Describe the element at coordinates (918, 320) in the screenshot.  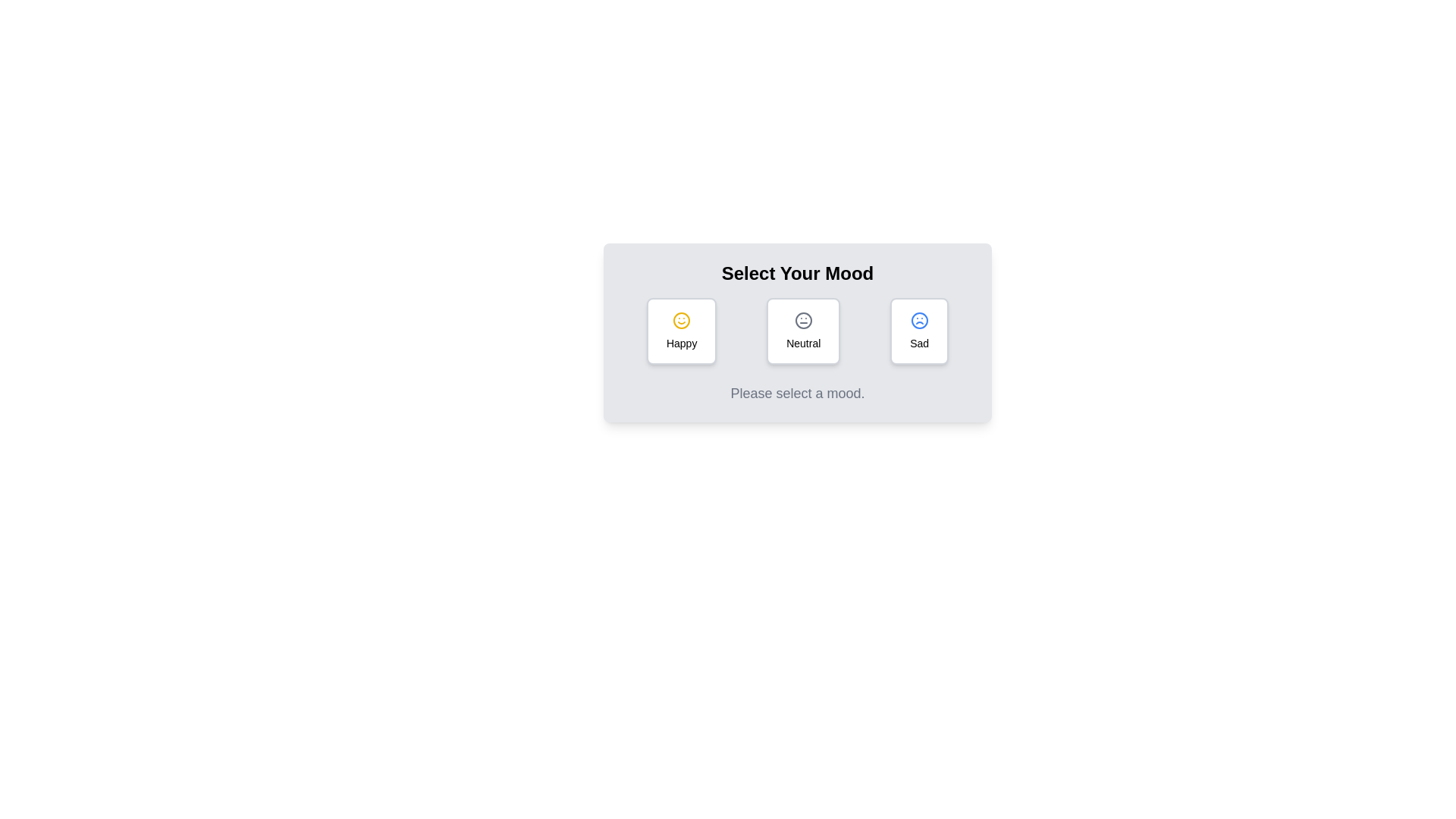
I see `the sad face icon, which is a vector graphic within a circular boundary, located inside the 'Sad' button in the 'Select Your Mood' section` at that location.